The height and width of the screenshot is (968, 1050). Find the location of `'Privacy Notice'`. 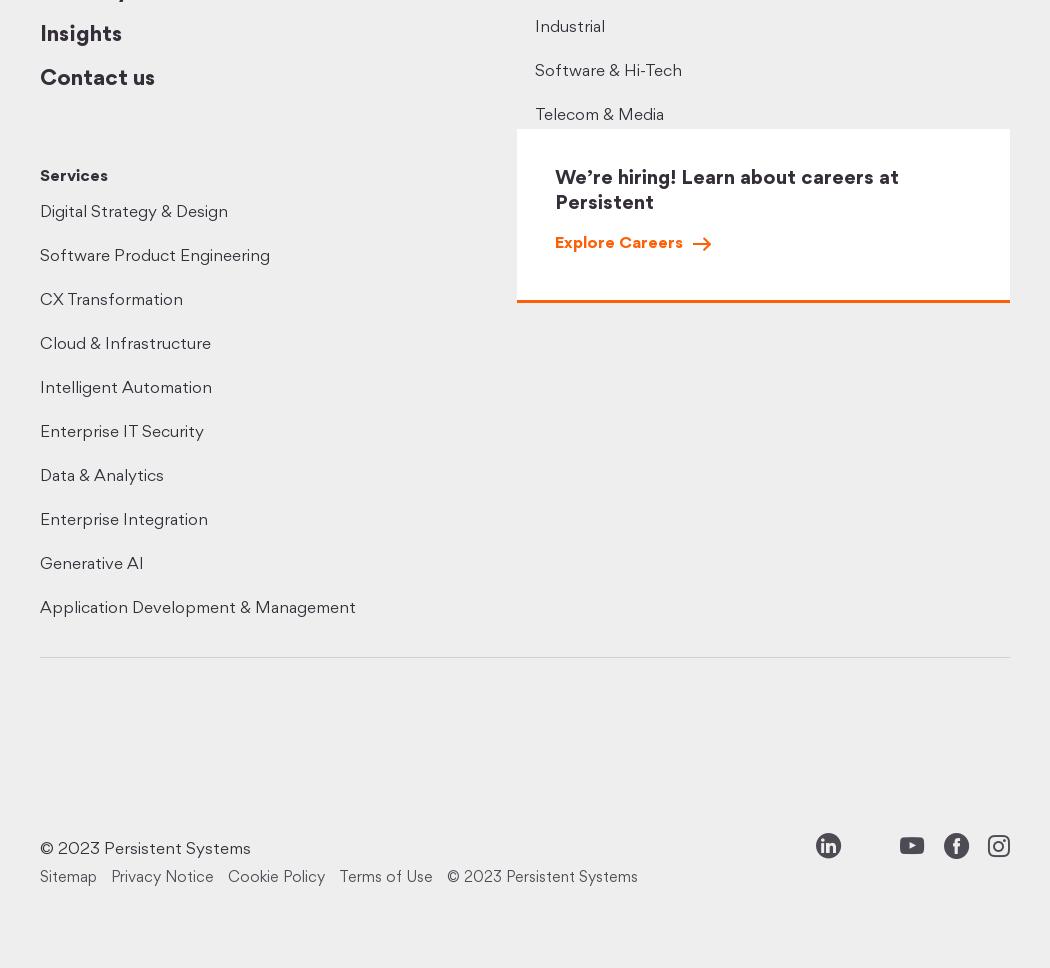

'Privacy Notice' is located at coordinates (162, 877).